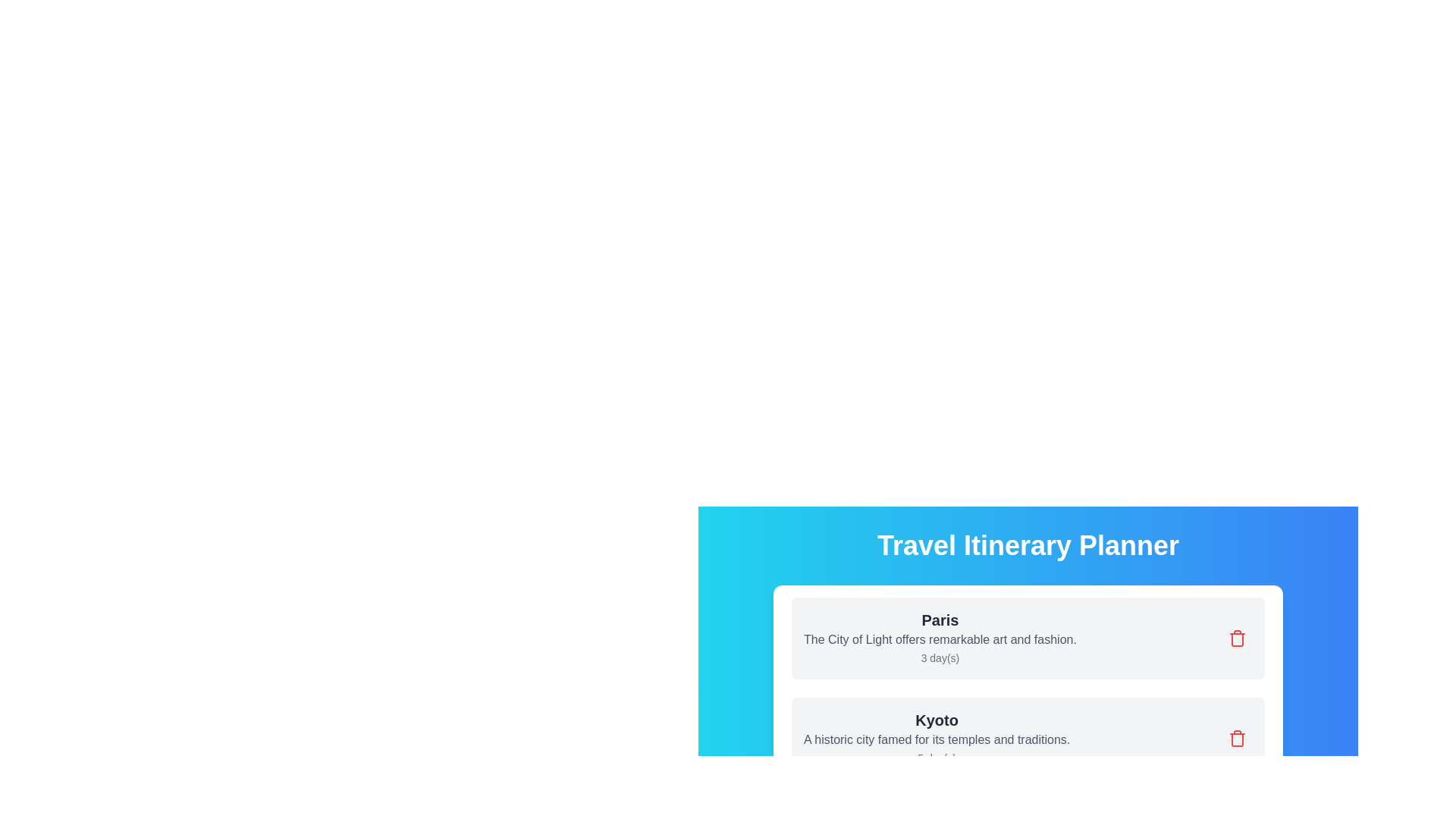 This screenshot has width=1456, height=819. I want to click on text label stating '5 day(s)' positioned within the card component describing the destination 'Kyoto', located below the description text about the city, so click(936, 758).